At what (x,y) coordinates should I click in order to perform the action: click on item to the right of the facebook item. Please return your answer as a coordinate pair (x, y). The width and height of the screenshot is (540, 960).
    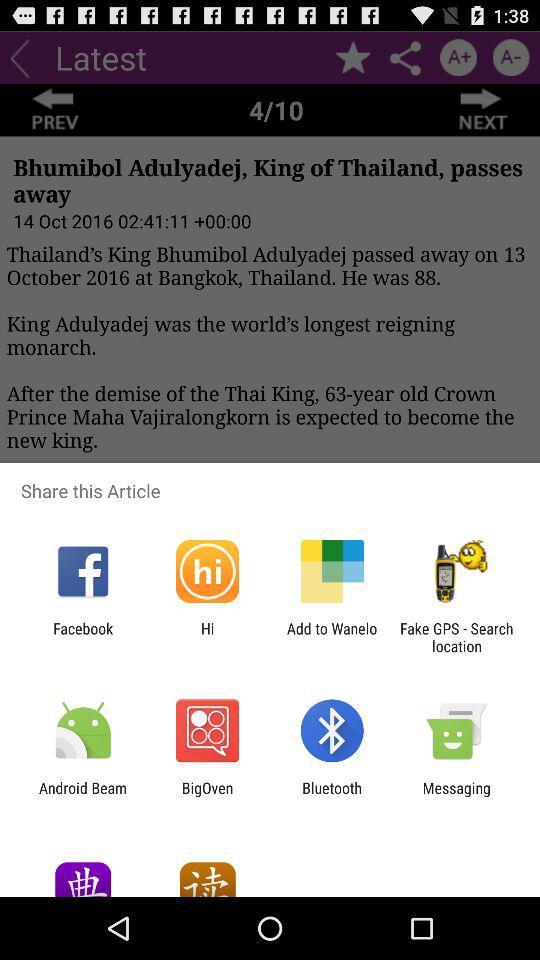
    Looking at the image, I should click on (206, 636).